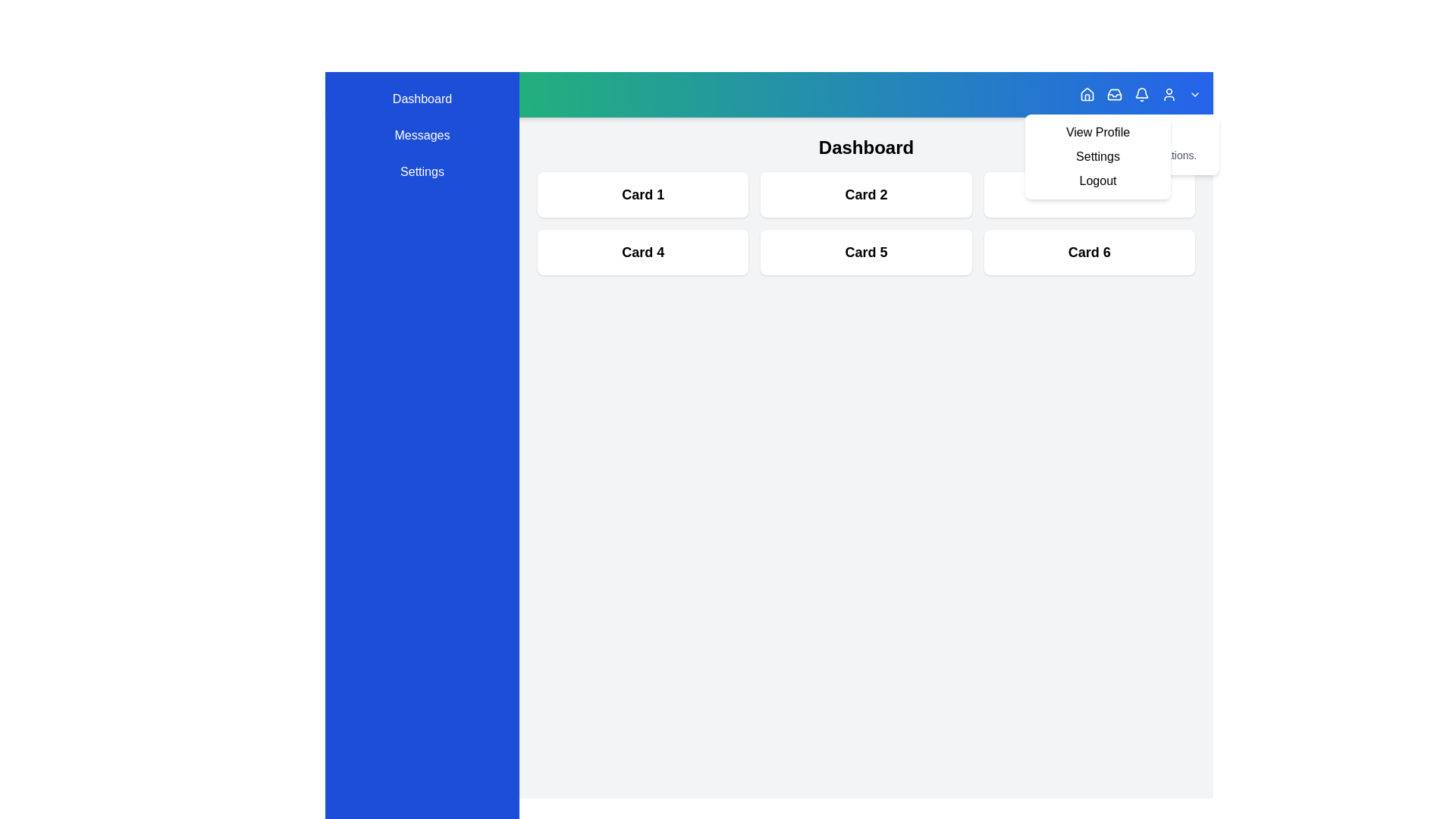 The width and height of the screenshot is (1456, 819). What do you see at coordinates (1194, 94) in the screenshot?
I see `the dropdown trigger icon button located in the top-right navigation bar` at bounding box center [1194, 94].